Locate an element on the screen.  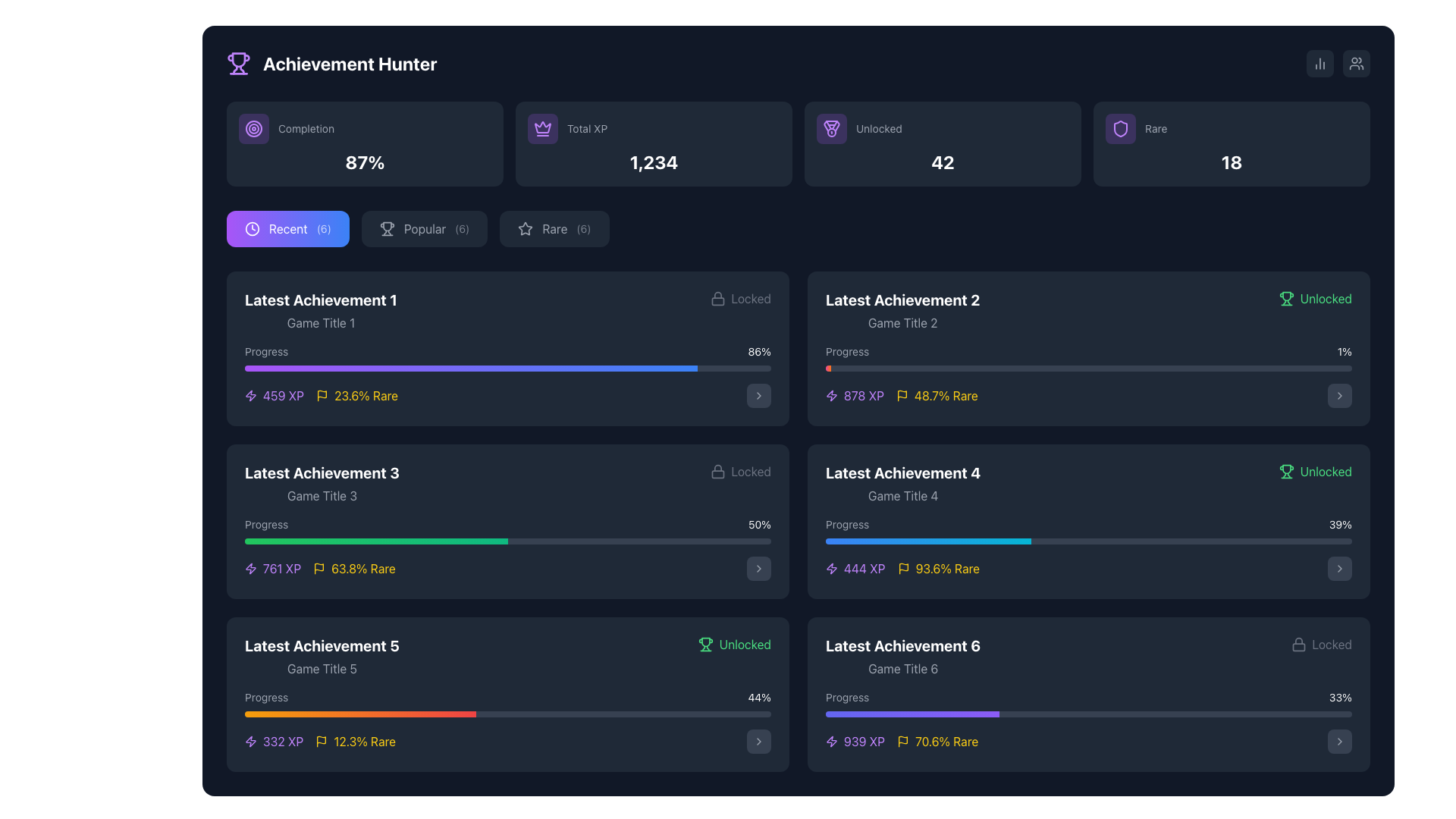
the Label with an icon displaying the experience points (XP) associated with an achievement, located in the bottom-right section under 'Latest Achievement 6' is located at coordinates (855, 741).